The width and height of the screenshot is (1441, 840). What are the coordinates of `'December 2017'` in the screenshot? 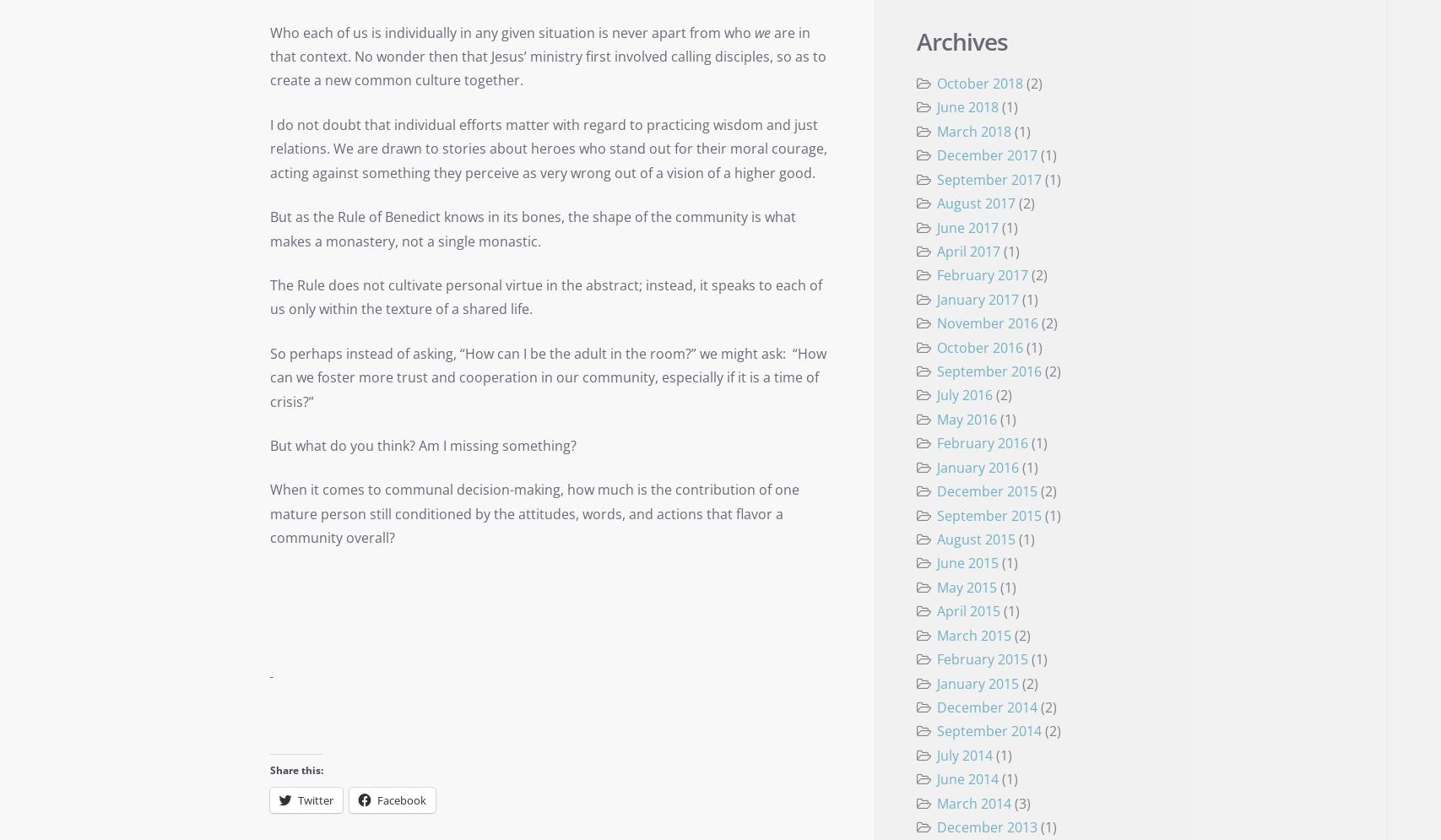 It's located at (985, 154).